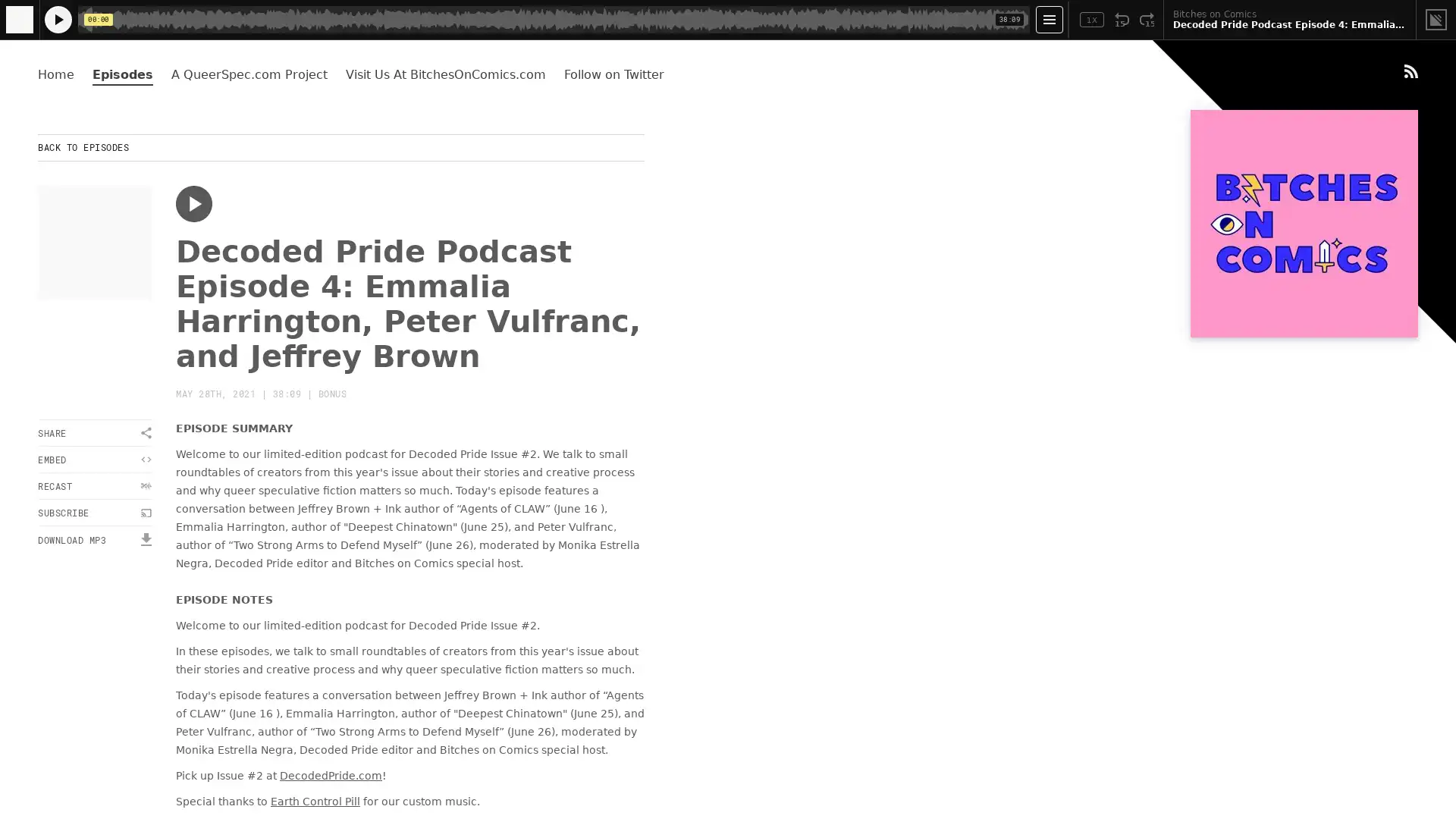 The image size is (1456, 819). I want to click on Open Player Settings, so click(1048, 20).